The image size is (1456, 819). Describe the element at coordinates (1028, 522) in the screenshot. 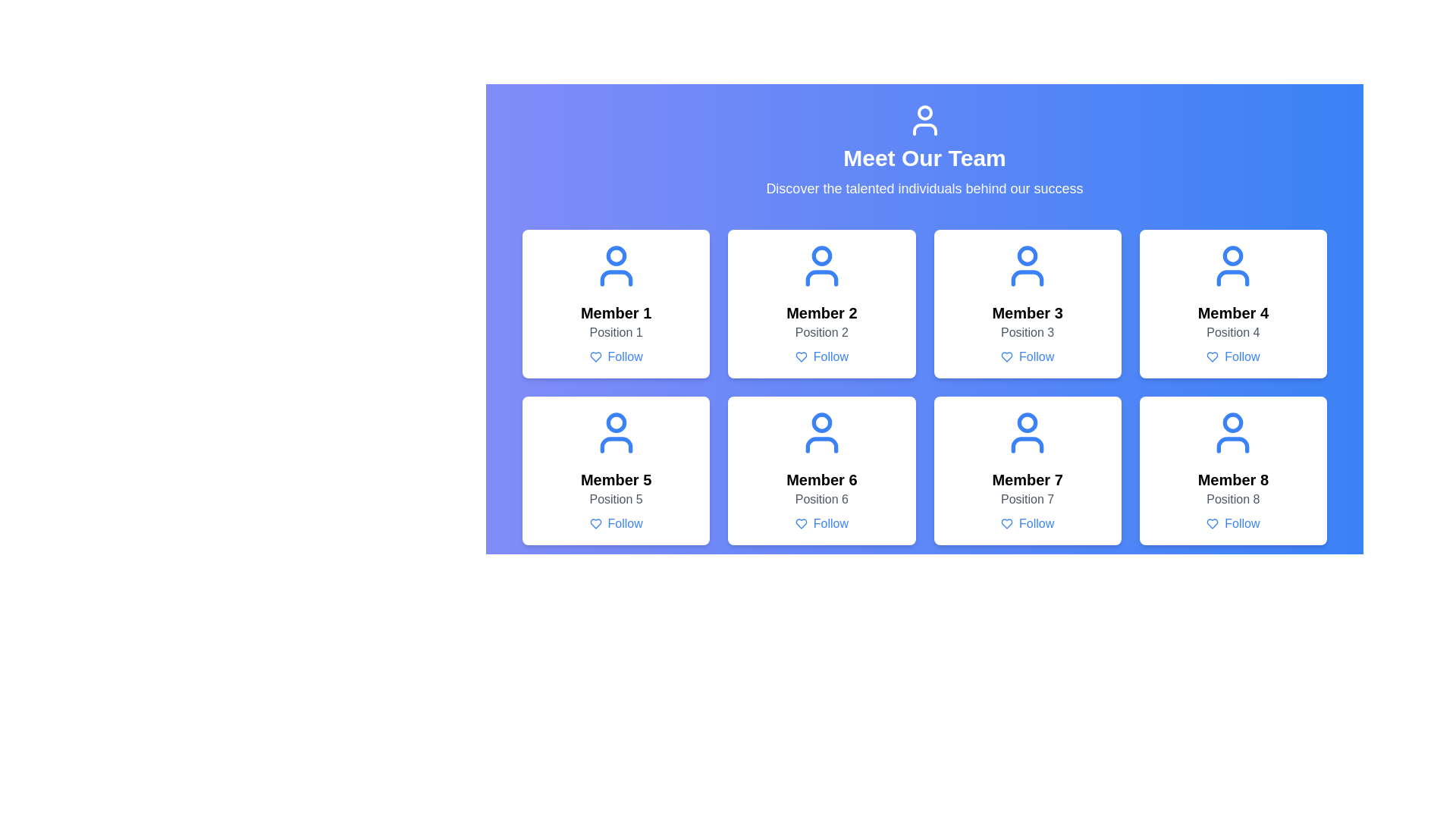

I see `the interactive link with an icon located at the bottom of the Member 7 card, which initiates a follow action for the corresponding member` at that location.